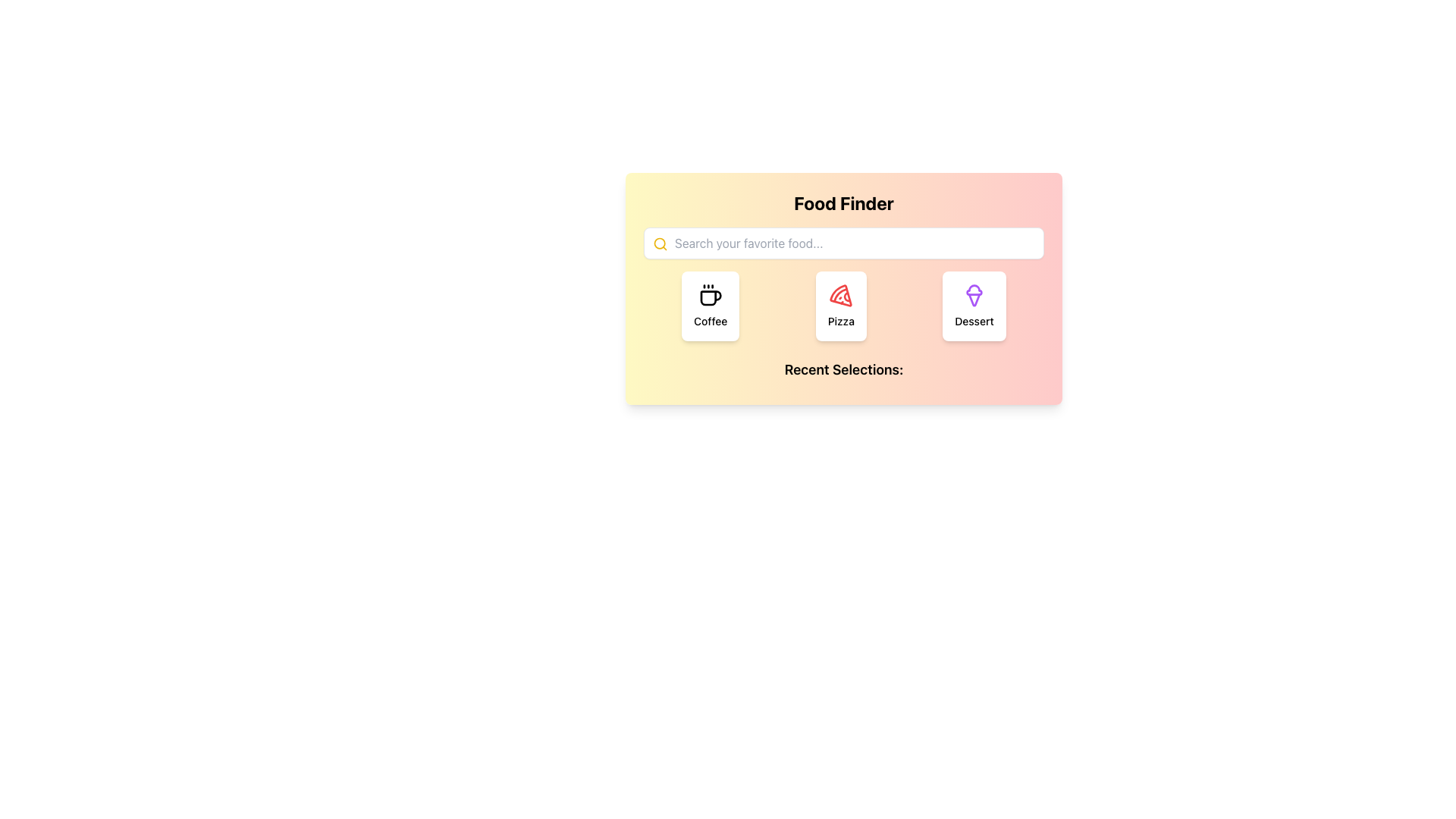 Image resolution: width=1456 pixels, height=819 pixels. I want to click on the 'Dessert' button, which is a rounded rectangular card with an ice cream cone icon in purple and the text 'Dessert' below it, located to the far-right of the buttons labeled 'Coffee' and 'Pizza', so click(974, 306).